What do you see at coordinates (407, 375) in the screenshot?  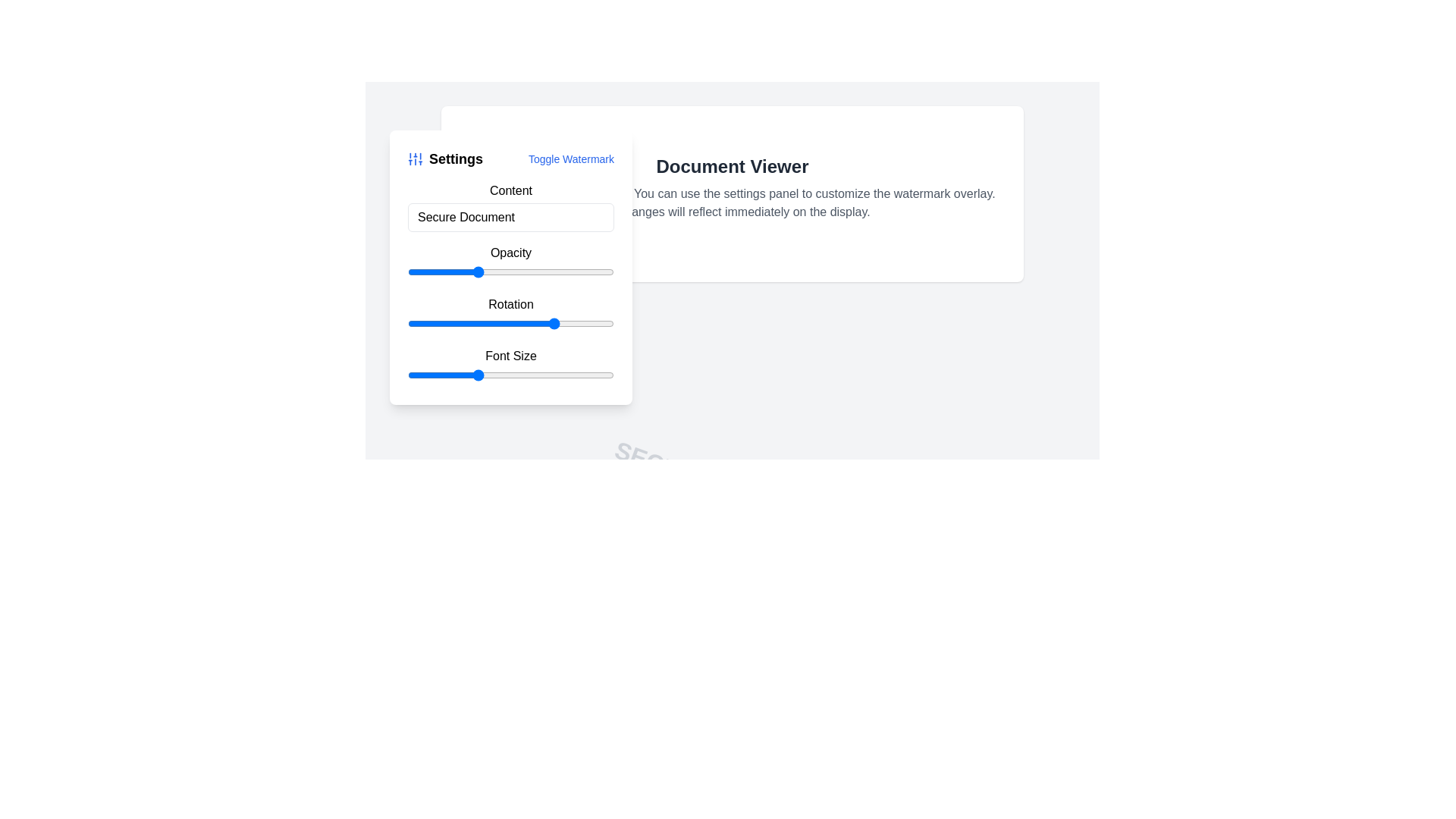 I see `the font size slider` at bounding box center [407, 375].